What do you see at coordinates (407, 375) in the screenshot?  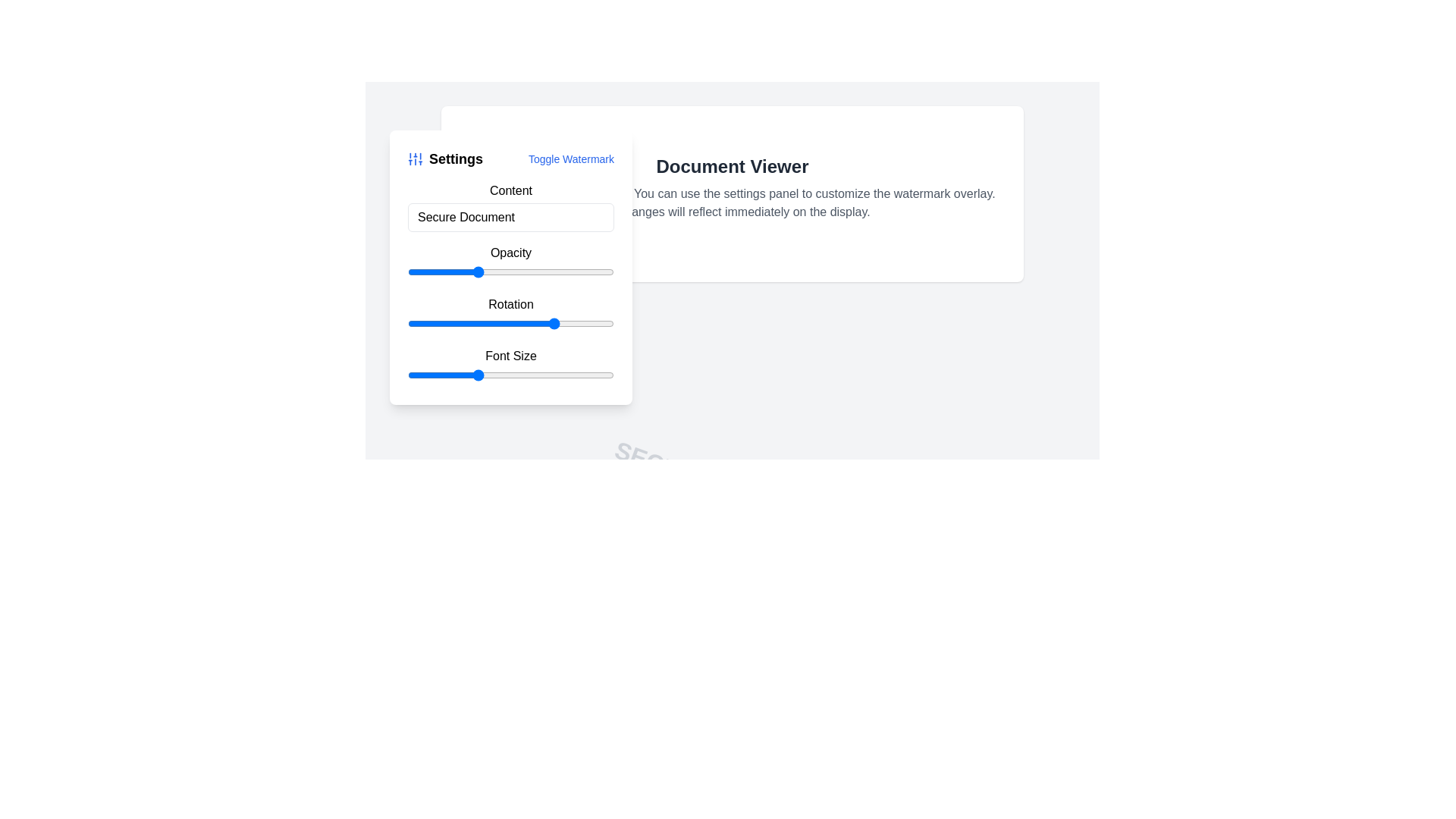 I see `the font size slider` at bounding box center [407, 375].